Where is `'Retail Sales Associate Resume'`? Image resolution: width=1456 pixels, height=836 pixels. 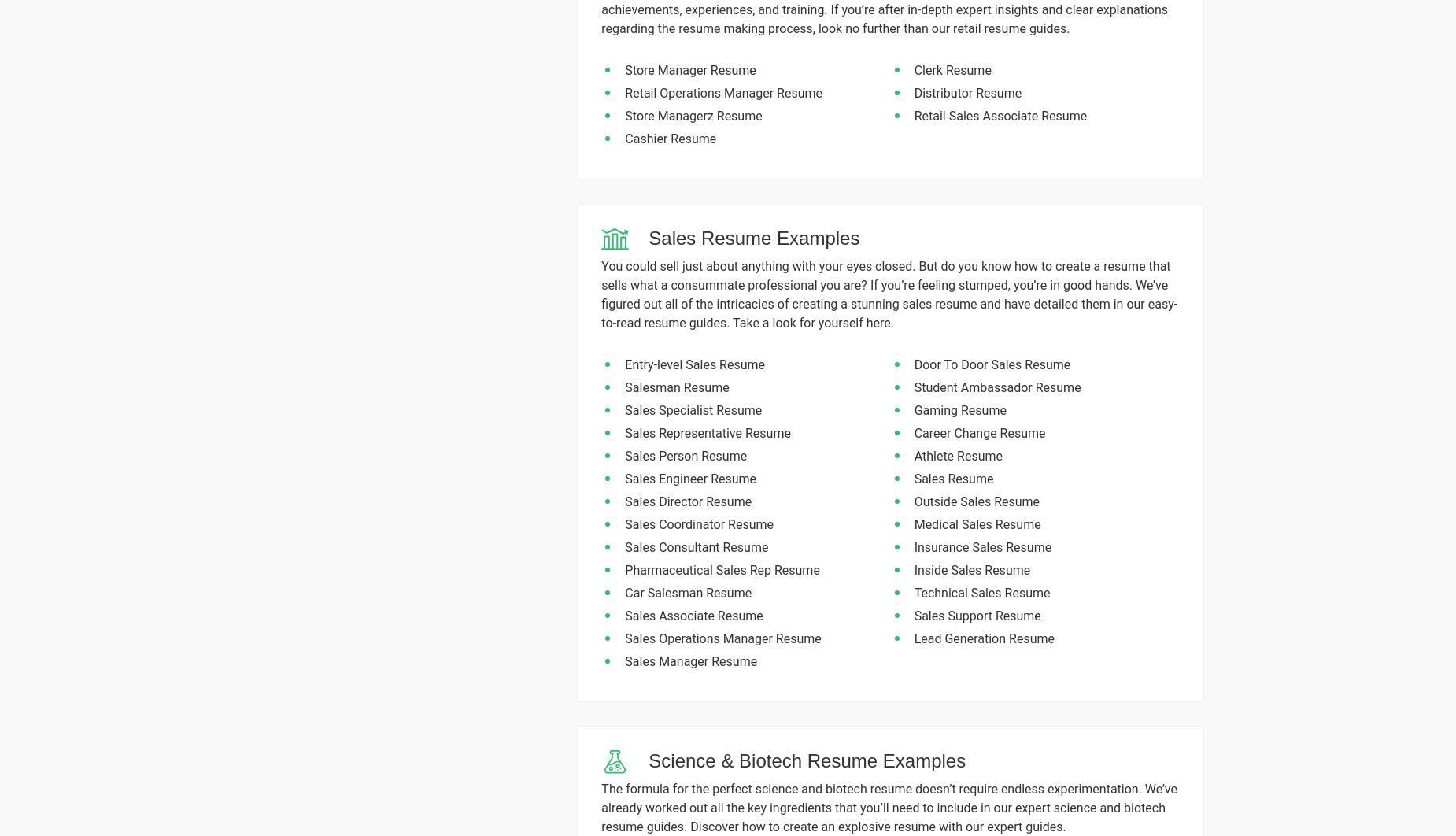
'Retail Sales Associate Resume' is located at coordinates (999, 116).